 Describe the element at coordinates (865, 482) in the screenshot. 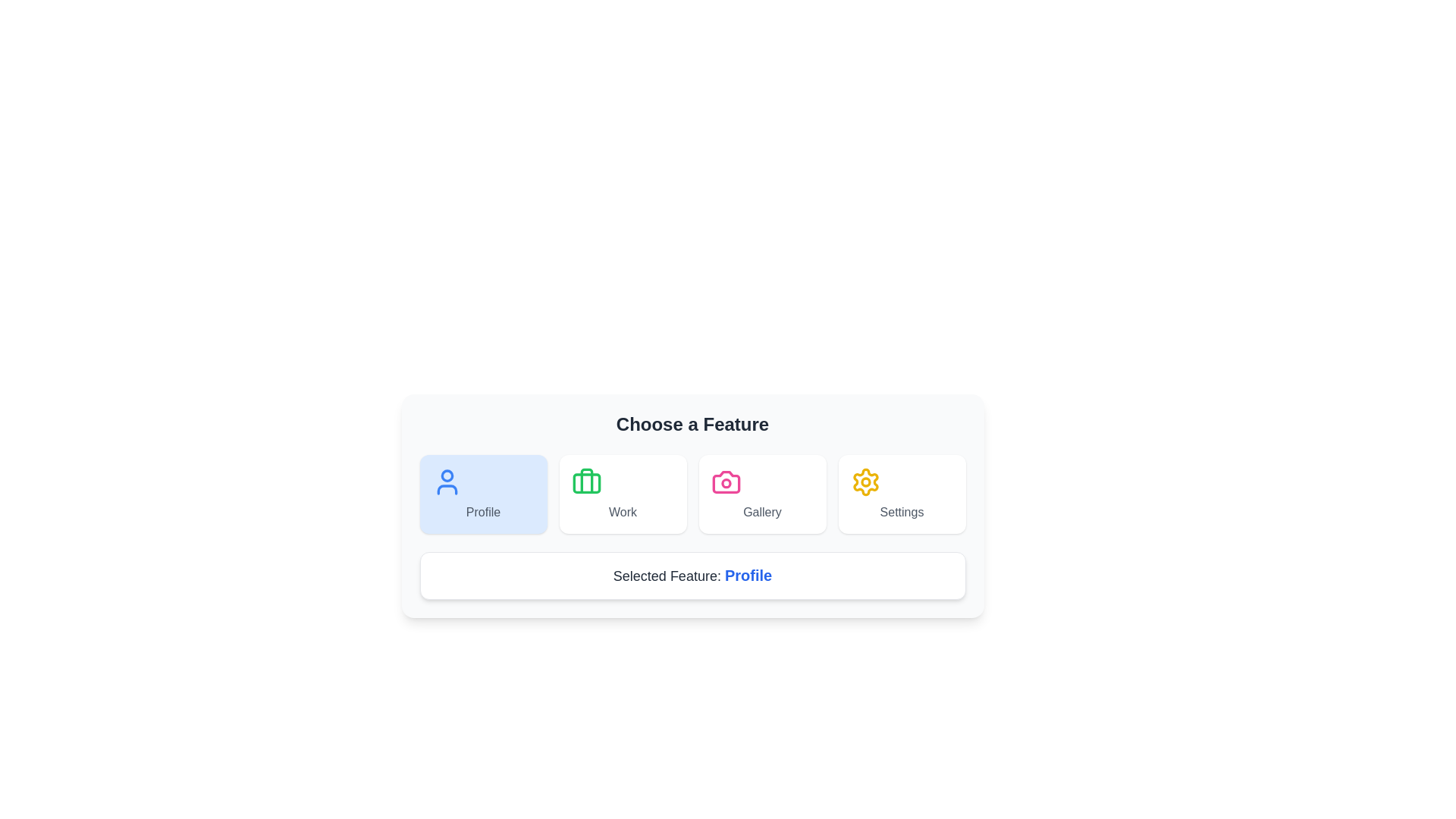

I see `the decorative circle element within the 'Settings' icon, which is the last option in the horizontal arrangement of feature options` at that location.